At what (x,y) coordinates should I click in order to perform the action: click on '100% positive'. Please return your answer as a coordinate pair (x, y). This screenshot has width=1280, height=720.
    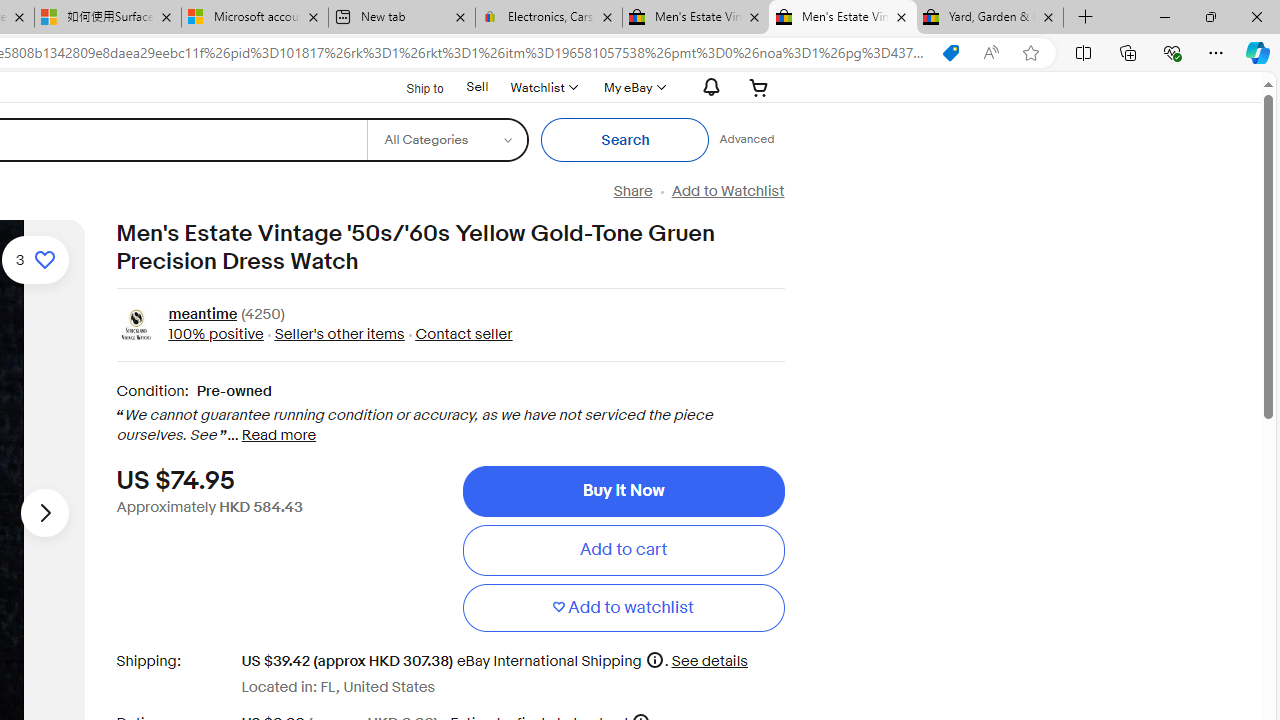
    Looking at the image, I should click on (215, 333).